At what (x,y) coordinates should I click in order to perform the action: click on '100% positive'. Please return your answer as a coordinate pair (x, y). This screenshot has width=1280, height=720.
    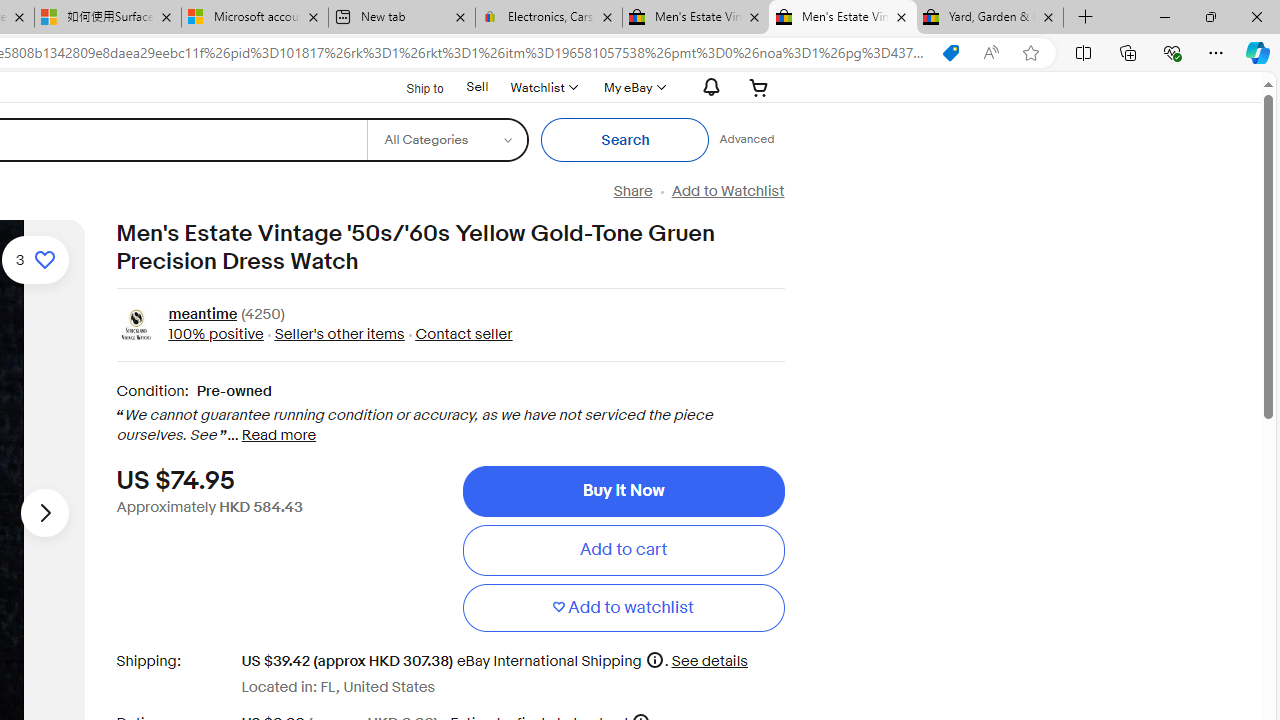
    Looking at the image, I should click on (215, 333).